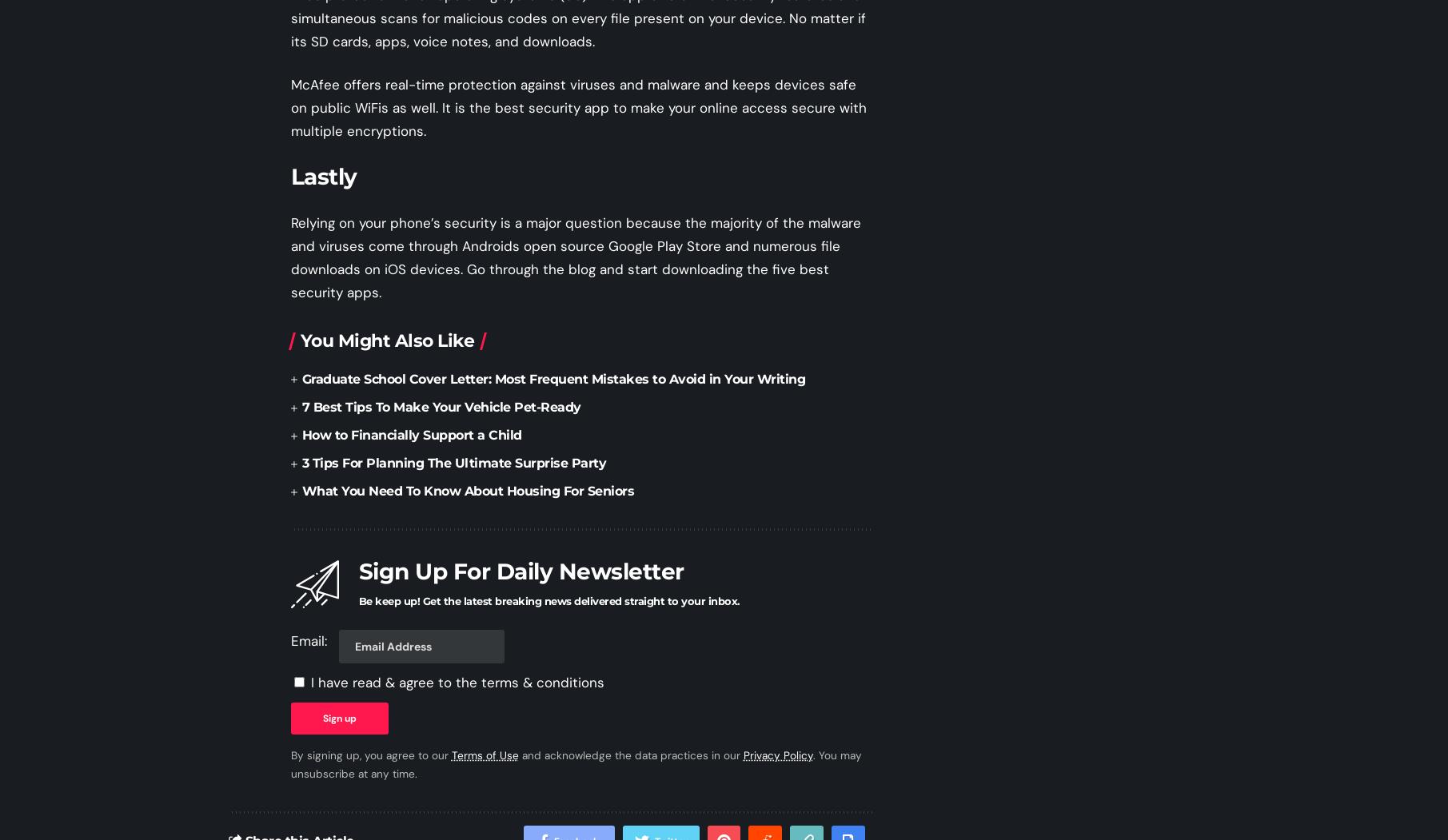 The height and width of the screenshot is (840, 1448). Describe the element at coordinates (456, 680) in the screenshot. I see `'I have read & agree to the terms & conditions'` at that location.